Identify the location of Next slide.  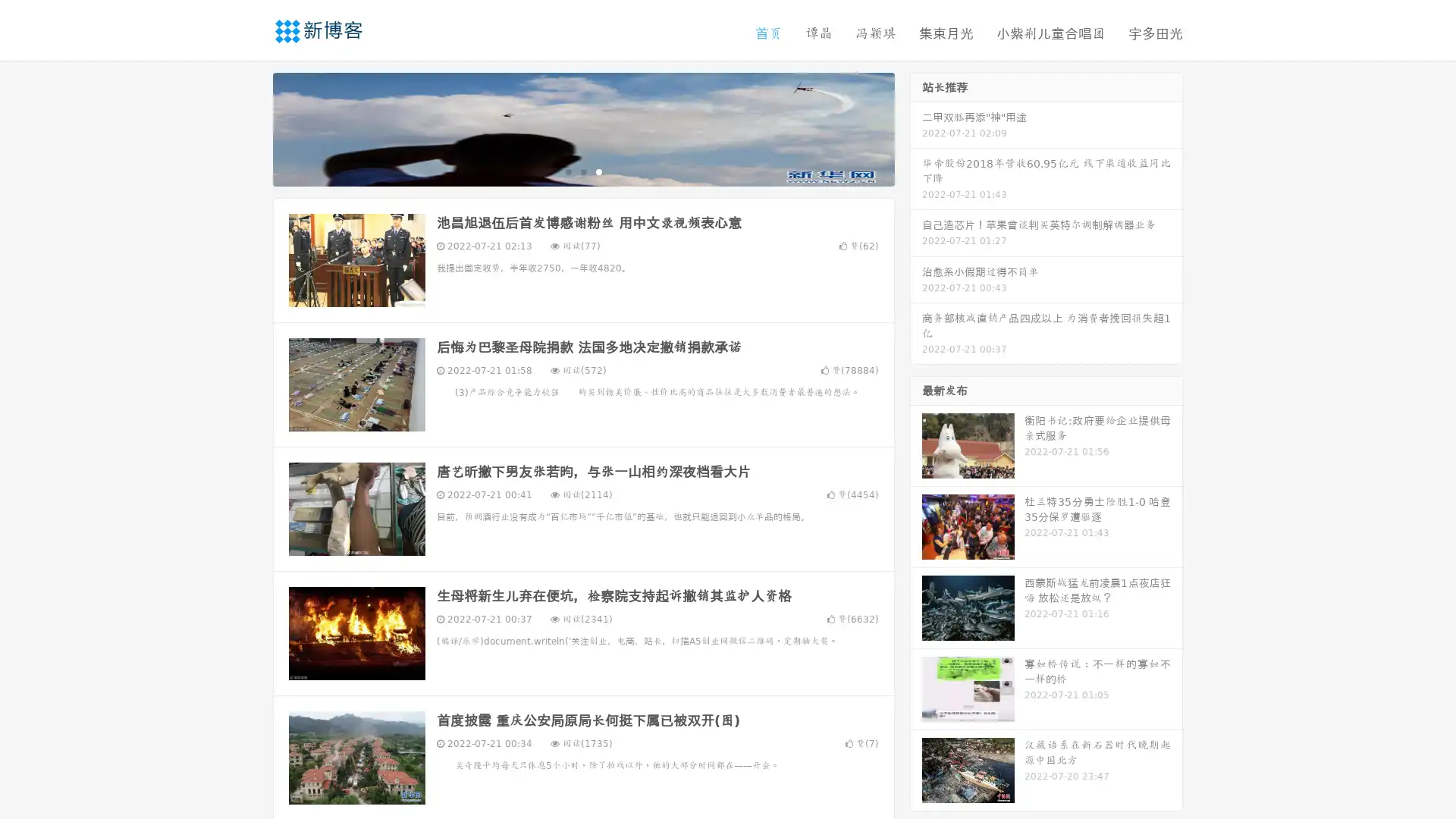
(916, 127).